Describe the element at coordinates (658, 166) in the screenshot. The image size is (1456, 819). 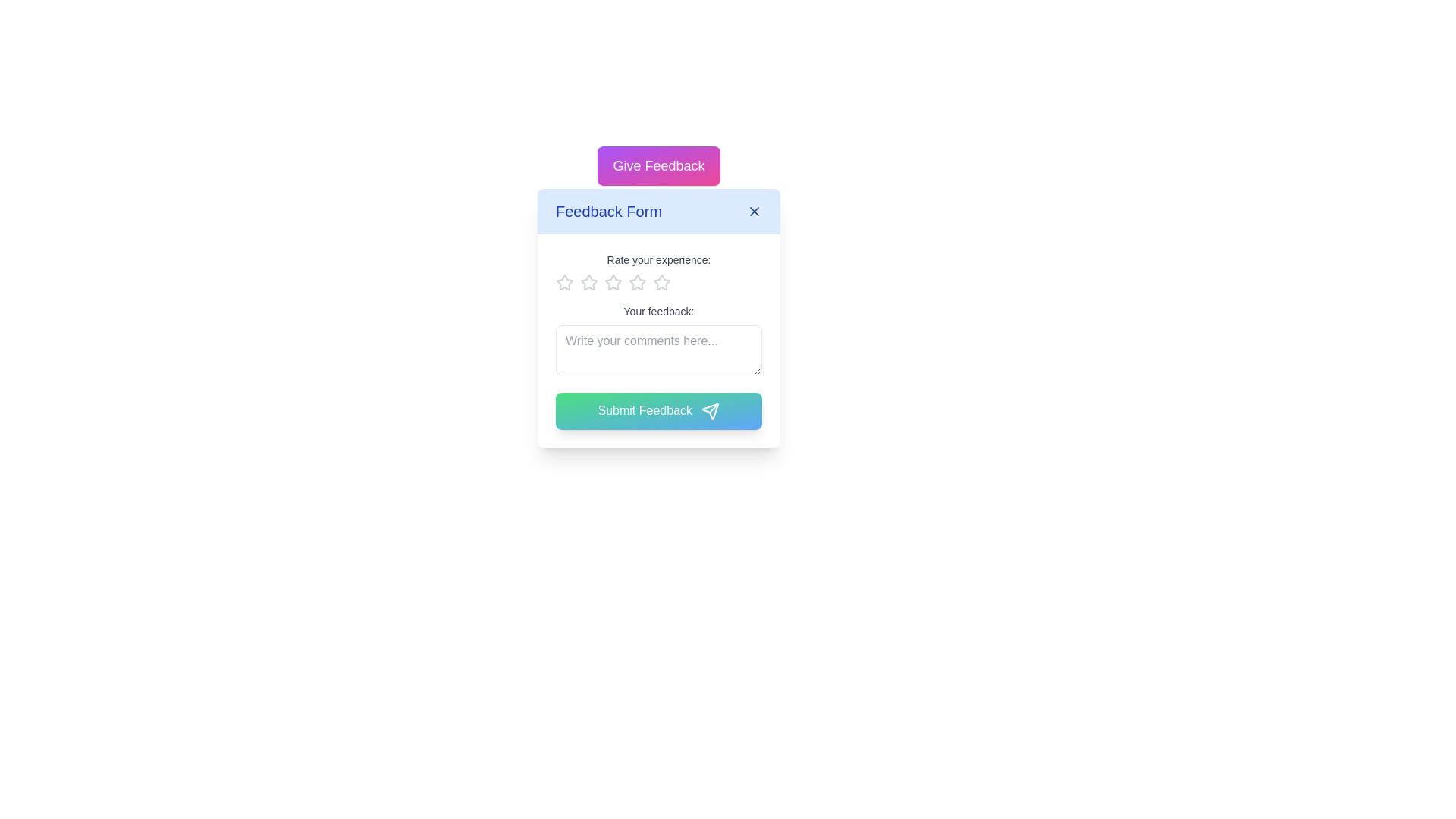
I see `the prominently styled 'Give Feedback' button with a gradient color scheme transitioning from purple to pink` at that location.